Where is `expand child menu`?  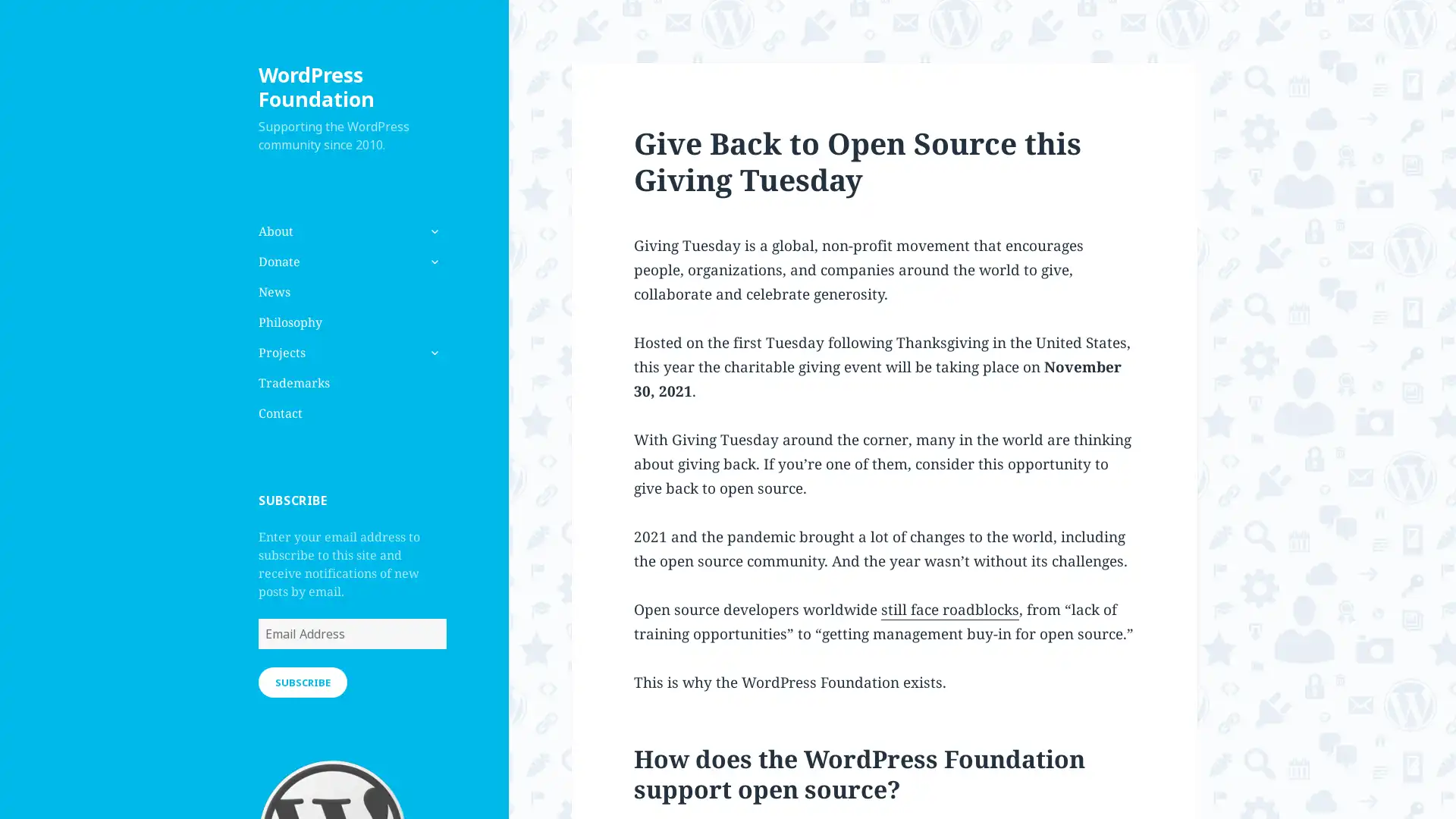
expand child menu is located at coordinates (432, 260).